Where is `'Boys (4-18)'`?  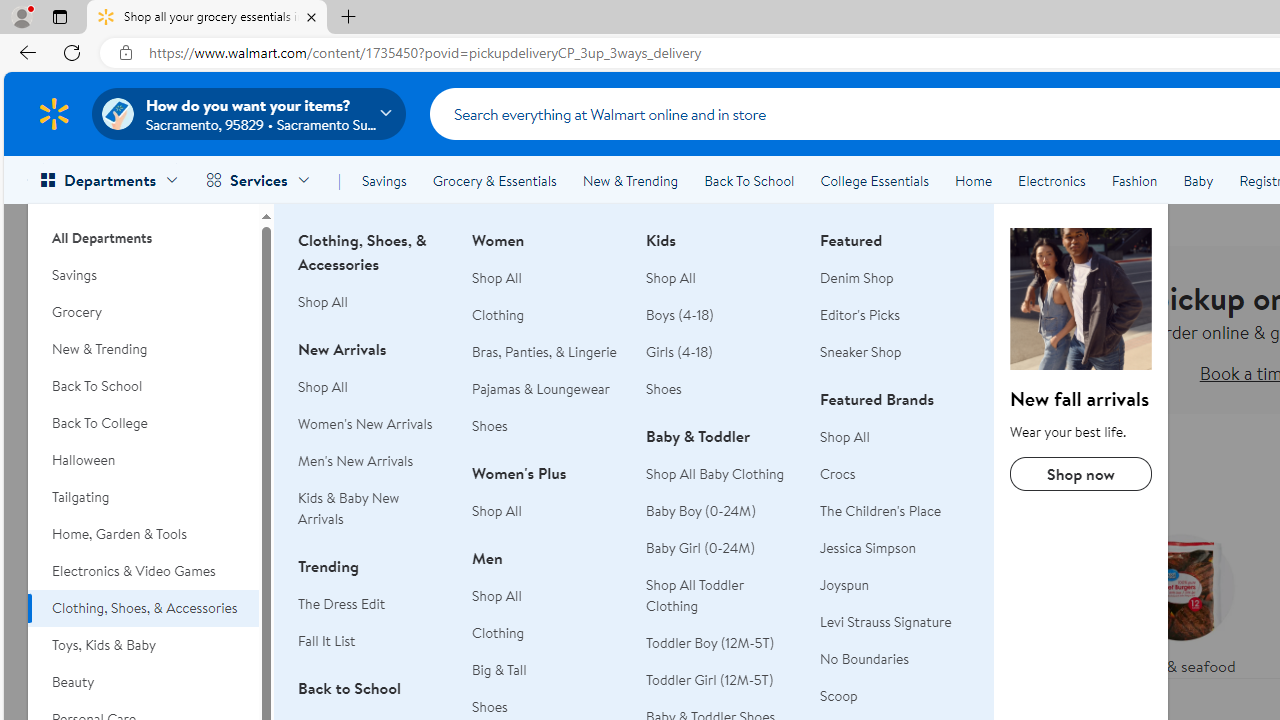 'Boys (4-18)' is located at coordinates (720, 315).